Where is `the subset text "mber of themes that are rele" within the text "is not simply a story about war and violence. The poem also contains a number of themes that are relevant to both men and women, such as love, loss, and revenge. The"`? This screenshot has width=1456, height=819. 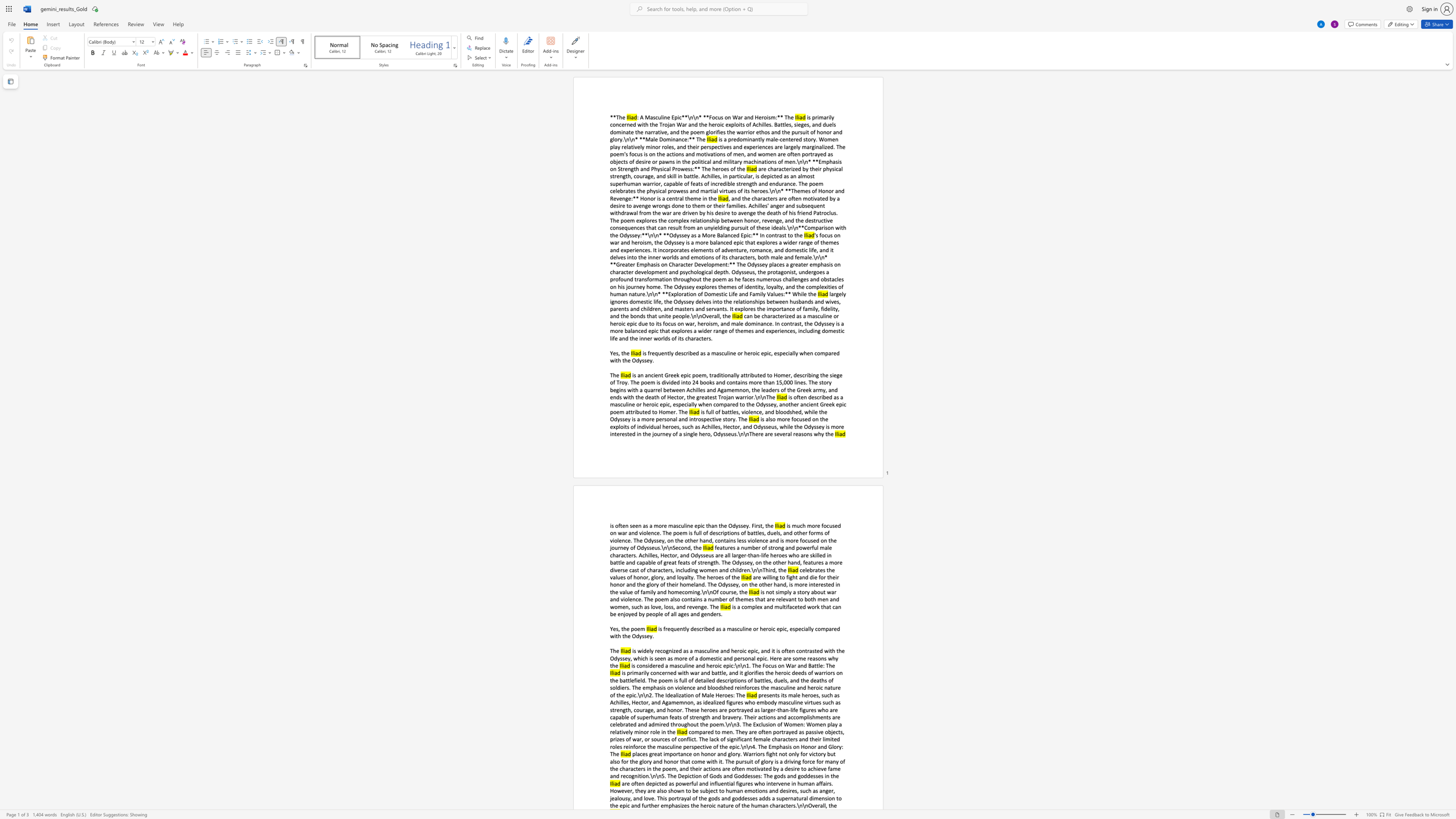 the subset text "mber of themes that are rele" within the text "is not simply a story about war and violence. The poem also contains a number of themes that are relevant to both men and women, such as love, loss, and revenge. The" is located at coordinates (714, 599).